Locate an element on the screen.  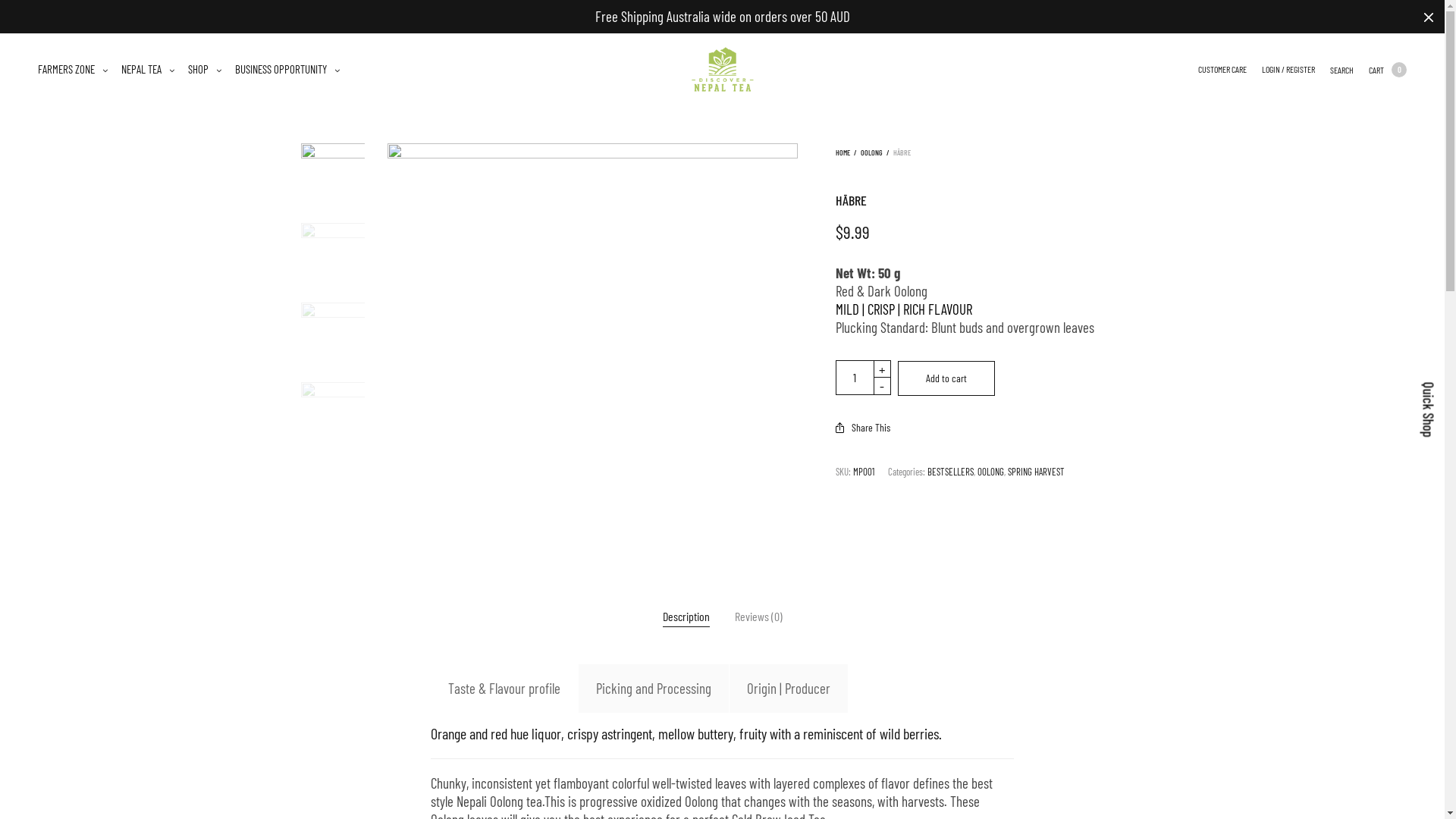
'darkooloong_lid_nepaltea' is located at coordinates (332, 334).